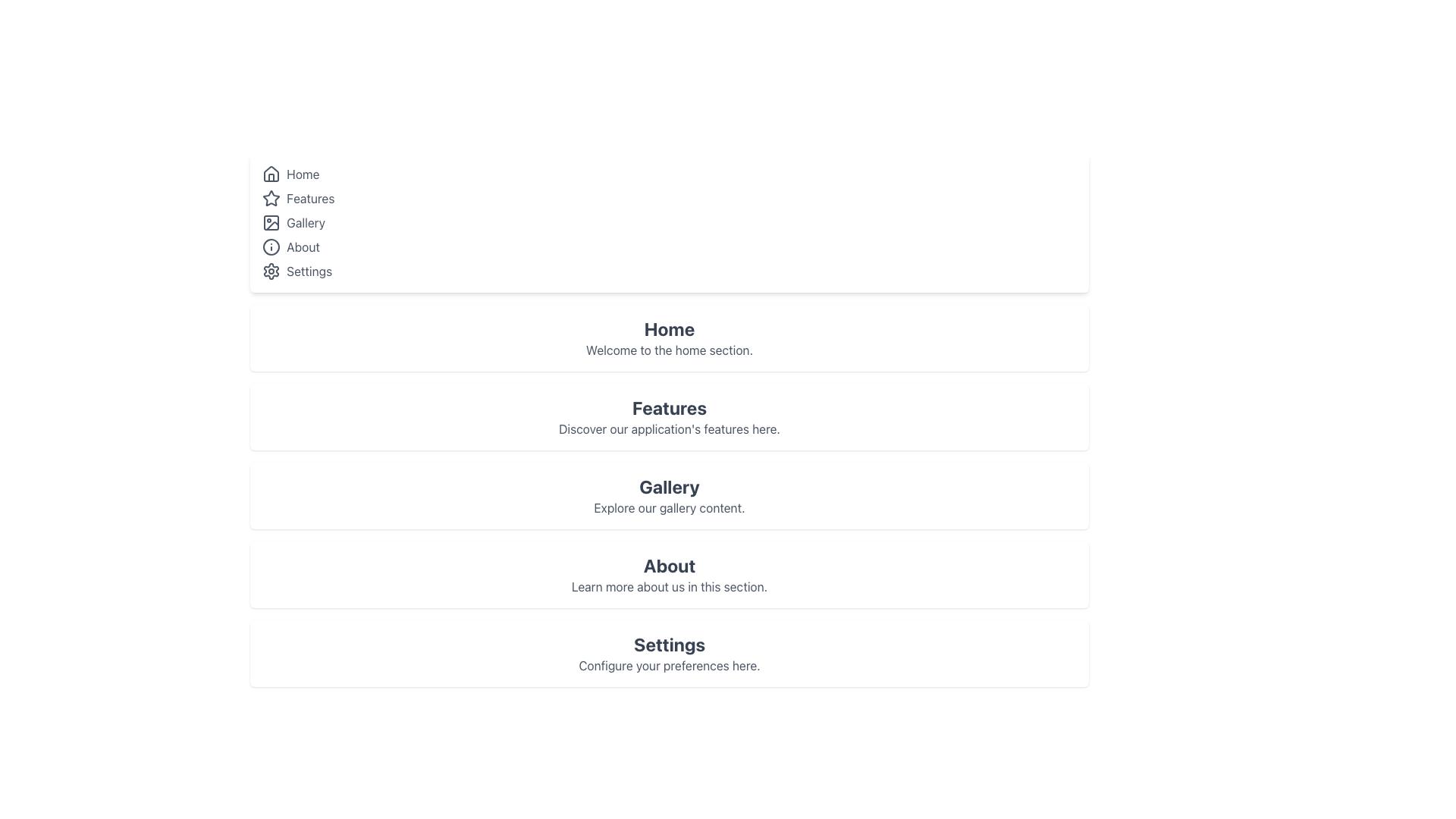 This screenshot has width=1456, height=819. I want to click on text of the 'Settings' label located at the bottom of the navigation list, adjacent to the settings icon, so click(309, 271).